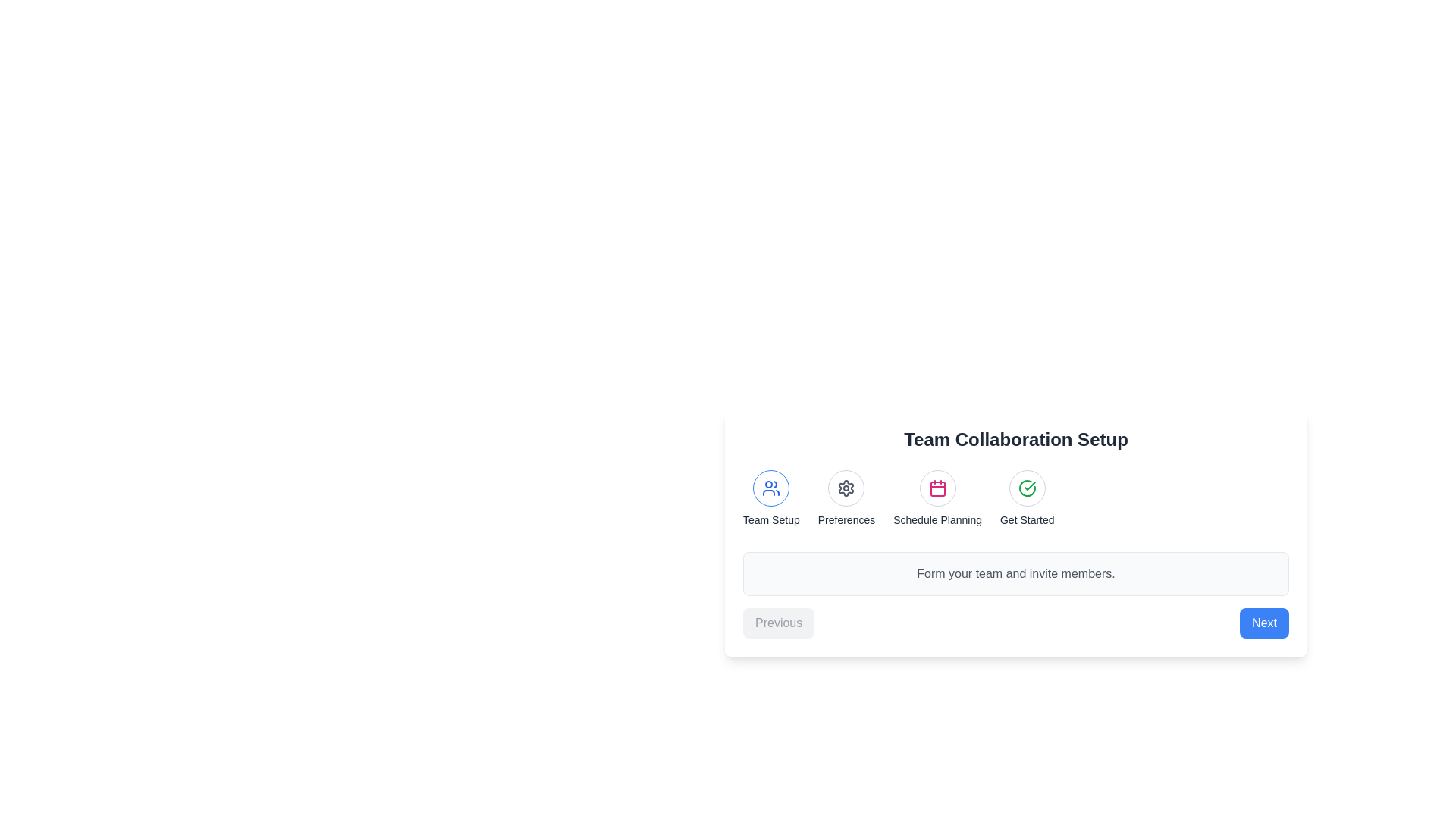 This screenshot has height=819, width=1456. Describe the element at coordinates (937, 519) in the screenshot. I see `static text label indicating 'Schedule Planning' located directly below the calendar icon, which is the third section in a group of items including 'Team Setup,' 'Preferences,' and 'Get Started.'` at that location.